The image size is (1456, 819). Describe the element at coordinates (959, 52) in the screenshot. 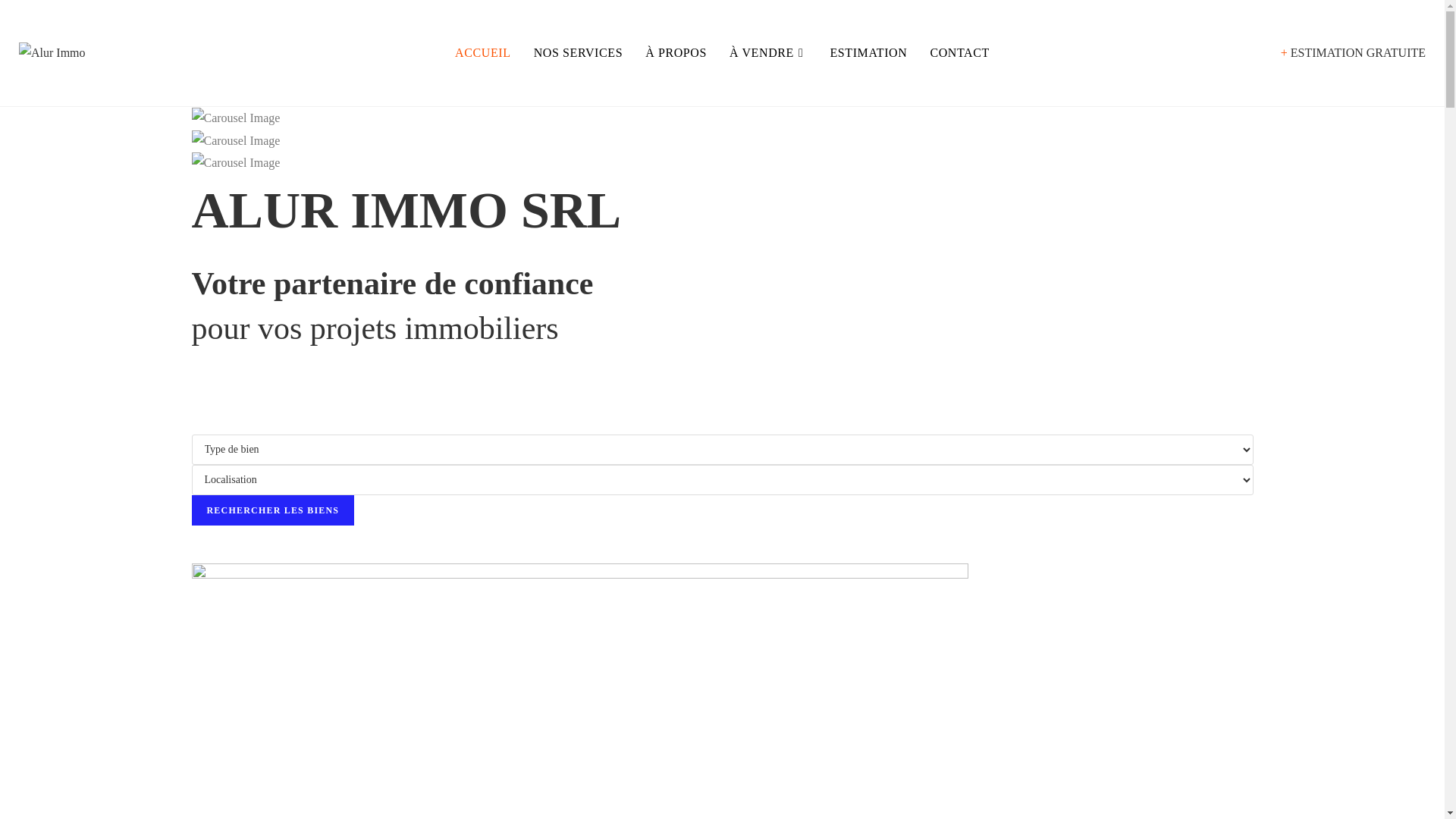

I see `'CONTACT'` at that location.